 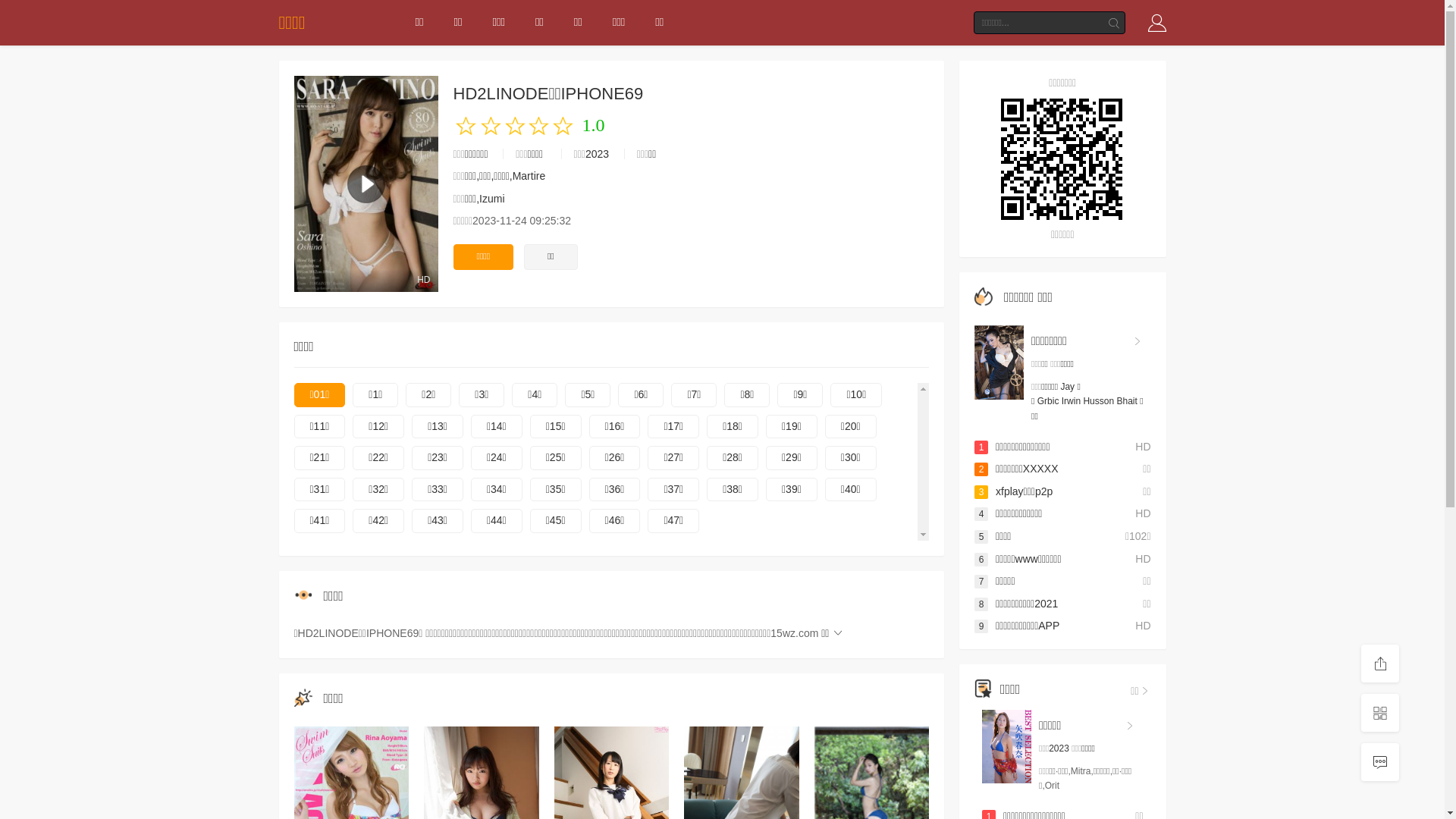 What do you see at coordinates (1082, 400) in the screenshot?
I see `'Husson'` at bounding box center [1082, 400].